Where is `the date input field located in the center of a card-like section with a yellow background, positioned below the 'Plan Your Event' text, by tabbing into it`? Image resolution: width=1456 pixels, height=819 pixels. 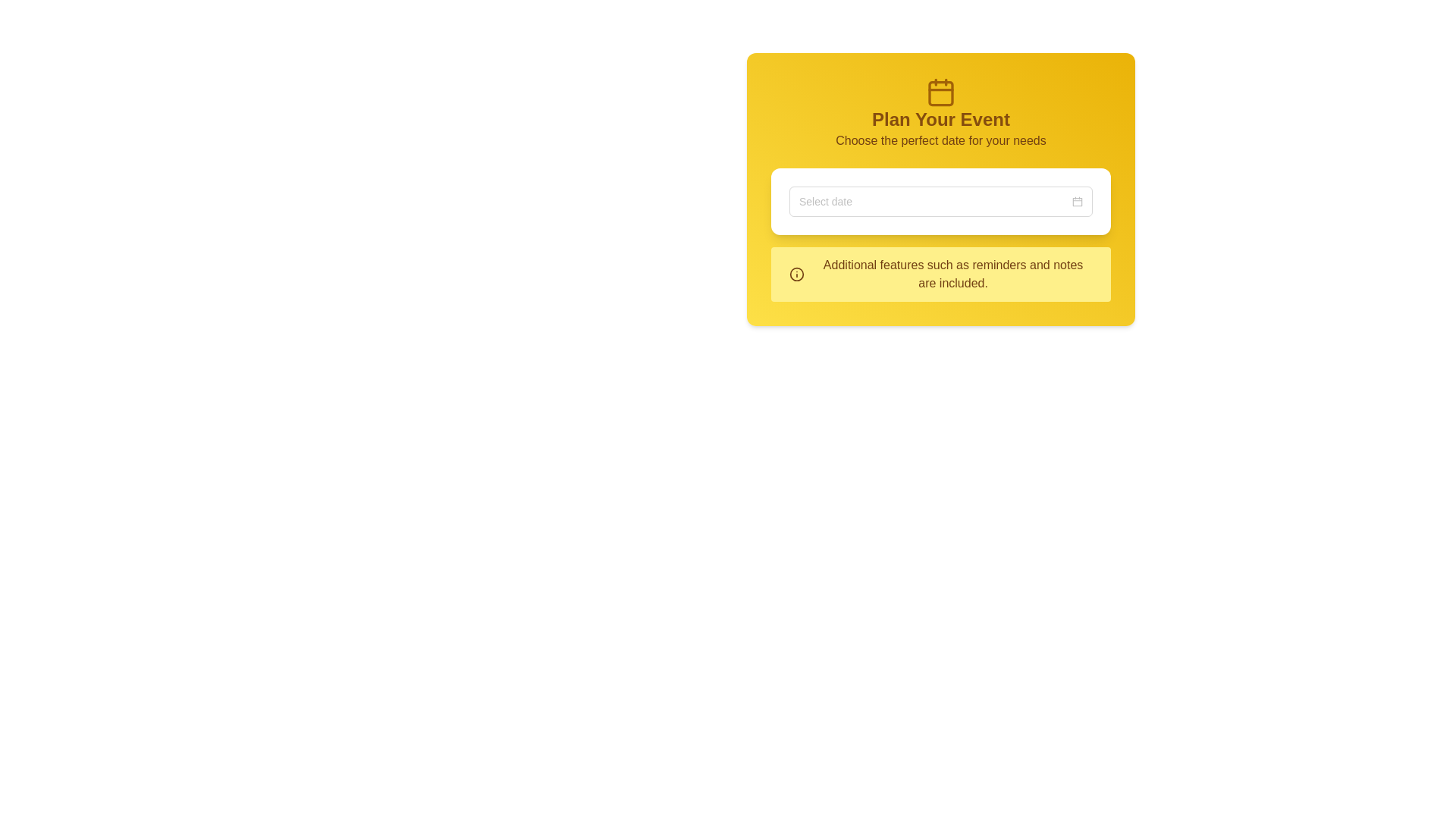
the date input field located in the center of a card-like section with a yellow background, positioned below the 'Plan Your Event' text, by tabbing into it is located at coordinates (940, 201).